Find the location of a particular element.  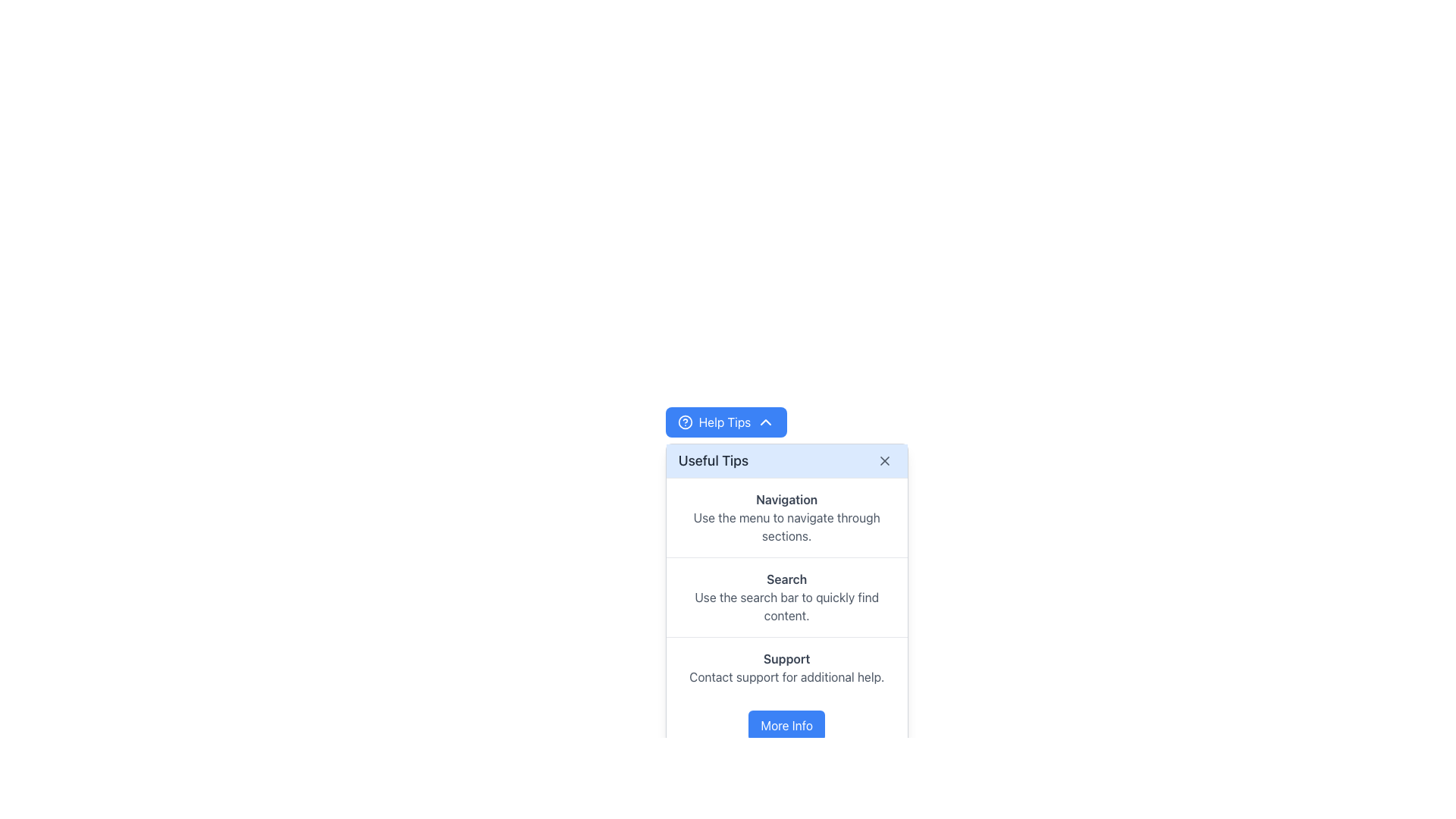

the descriptive text block that provides additional information about using the search bar feature, located below the sibling element titled 'Search' is located at coordinates (786, 605).